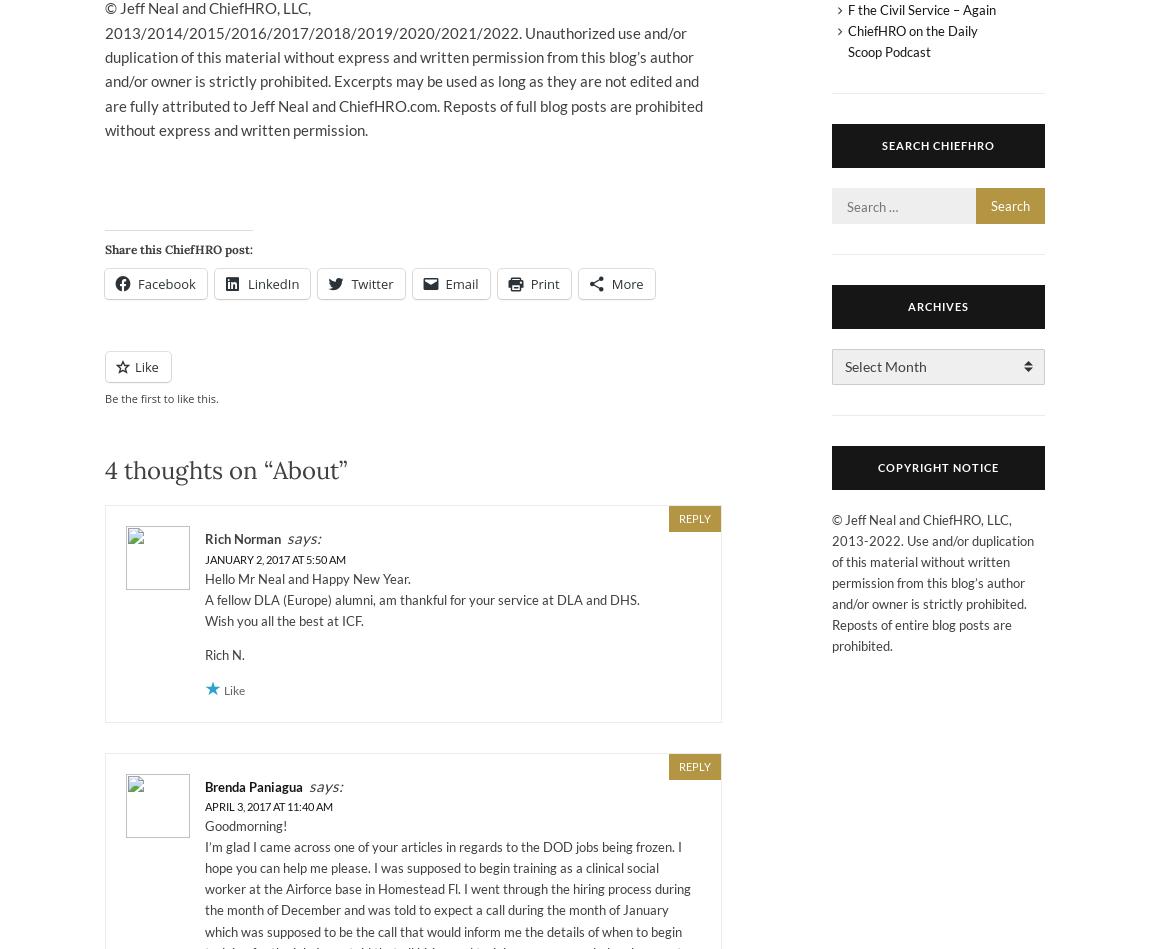 This screenshot has width=1150, height=949. What do you see at coordinates (241, 538) in the screenshot?
I see `'Rich Norman'` at bounding box center [241, 538].